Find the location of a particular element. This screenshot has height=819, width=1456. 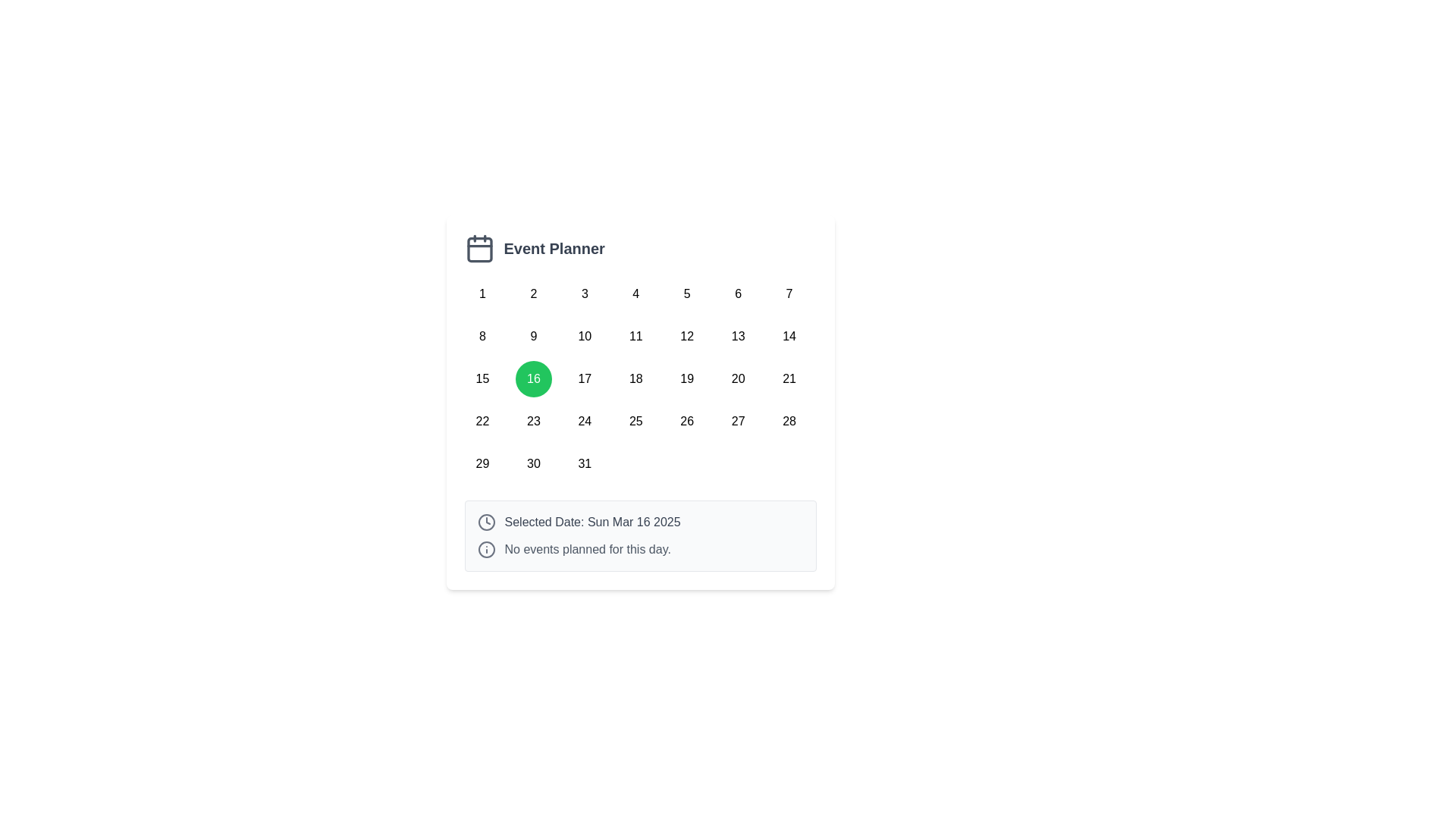

the circular SVG element within the clock icon, which is positioned at the top-left section of the interface, above the calendar and event information is located at coordinates (486, 522).